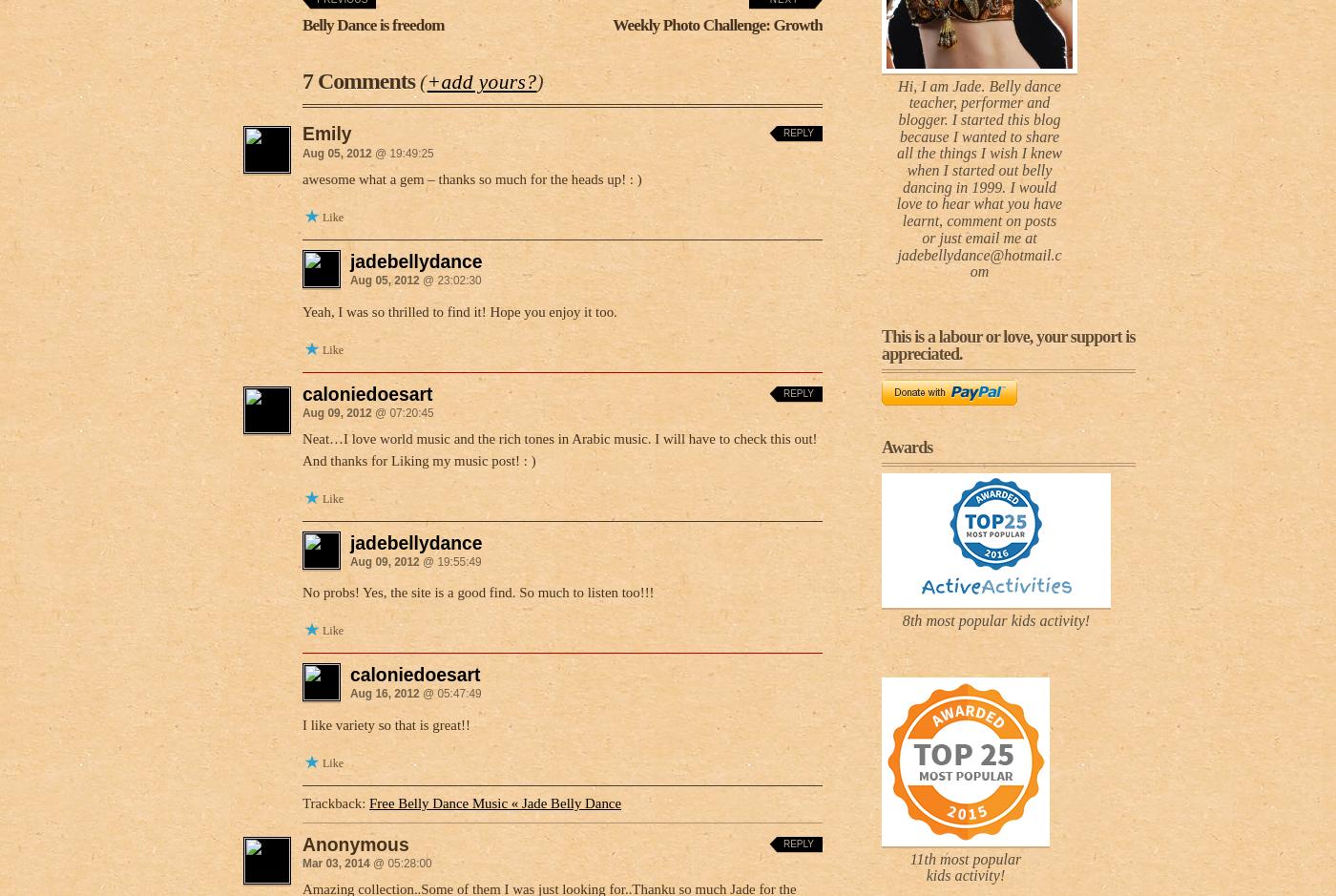  Describe the element at coordinates (907, 448) in the screenshot. I see `'Awards'` at that location.